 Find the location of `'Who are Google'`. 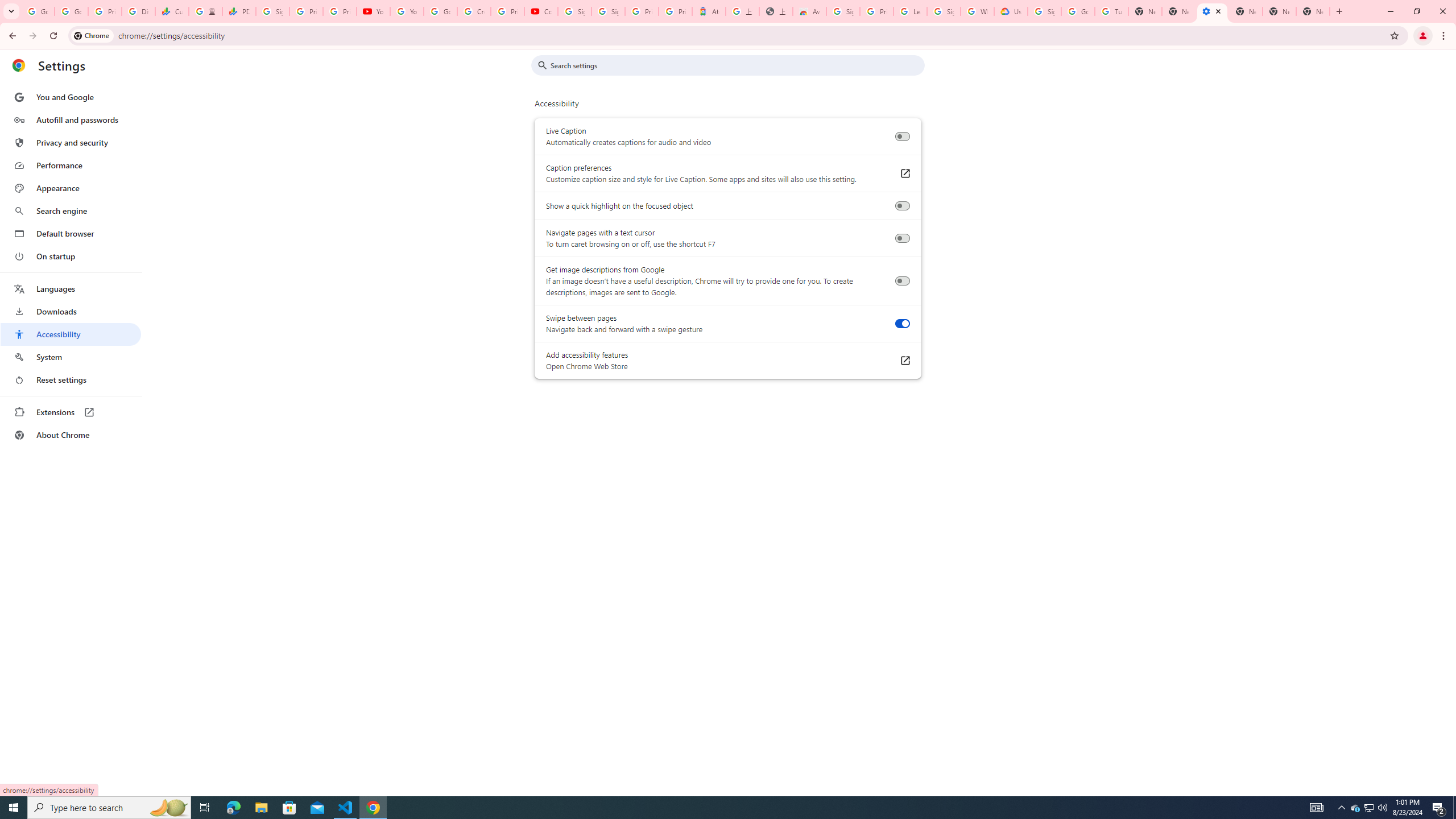

'Who are Google' is located at coordinates (976, 11).